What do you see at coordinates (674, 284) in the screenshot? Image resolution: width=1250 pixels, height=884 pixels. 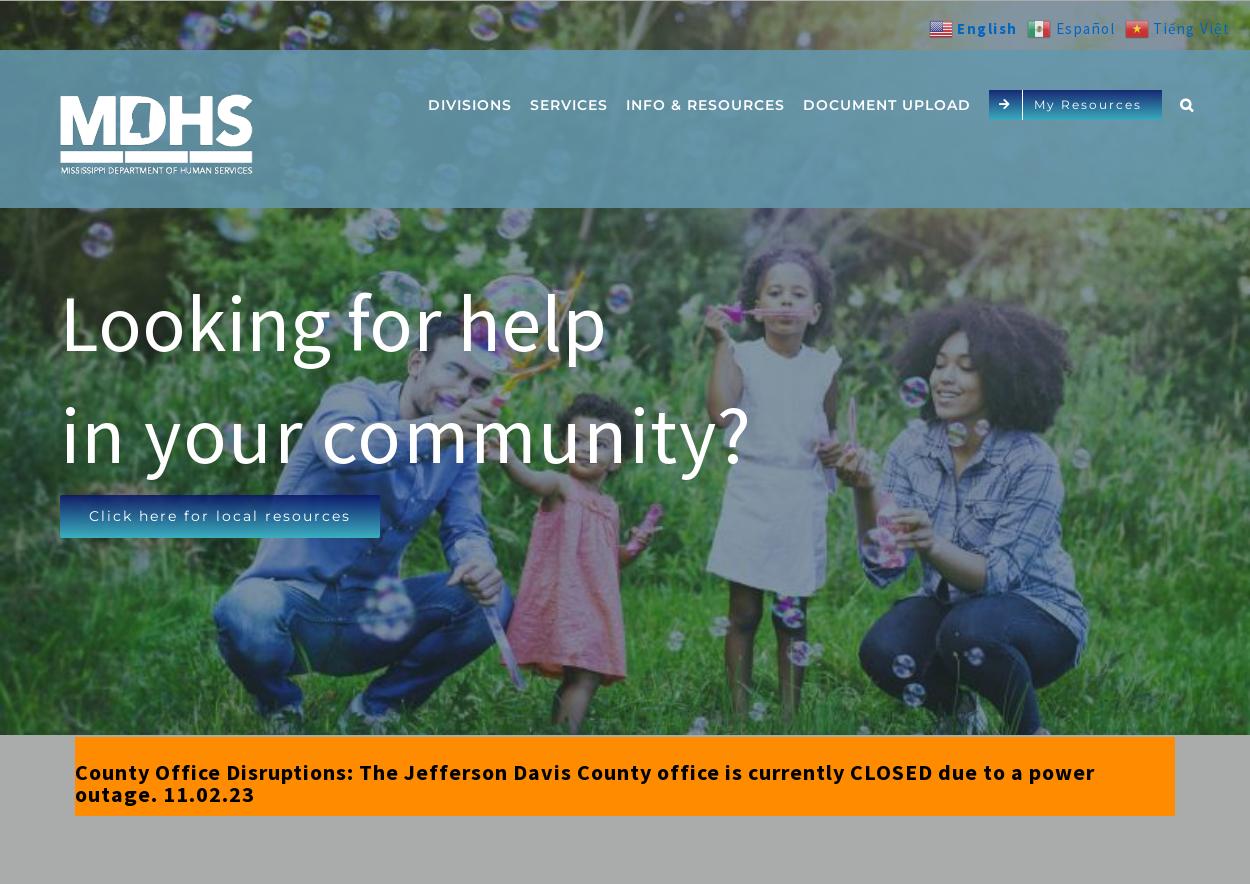 I see `'Contact'` at bounding box center [674, 284].